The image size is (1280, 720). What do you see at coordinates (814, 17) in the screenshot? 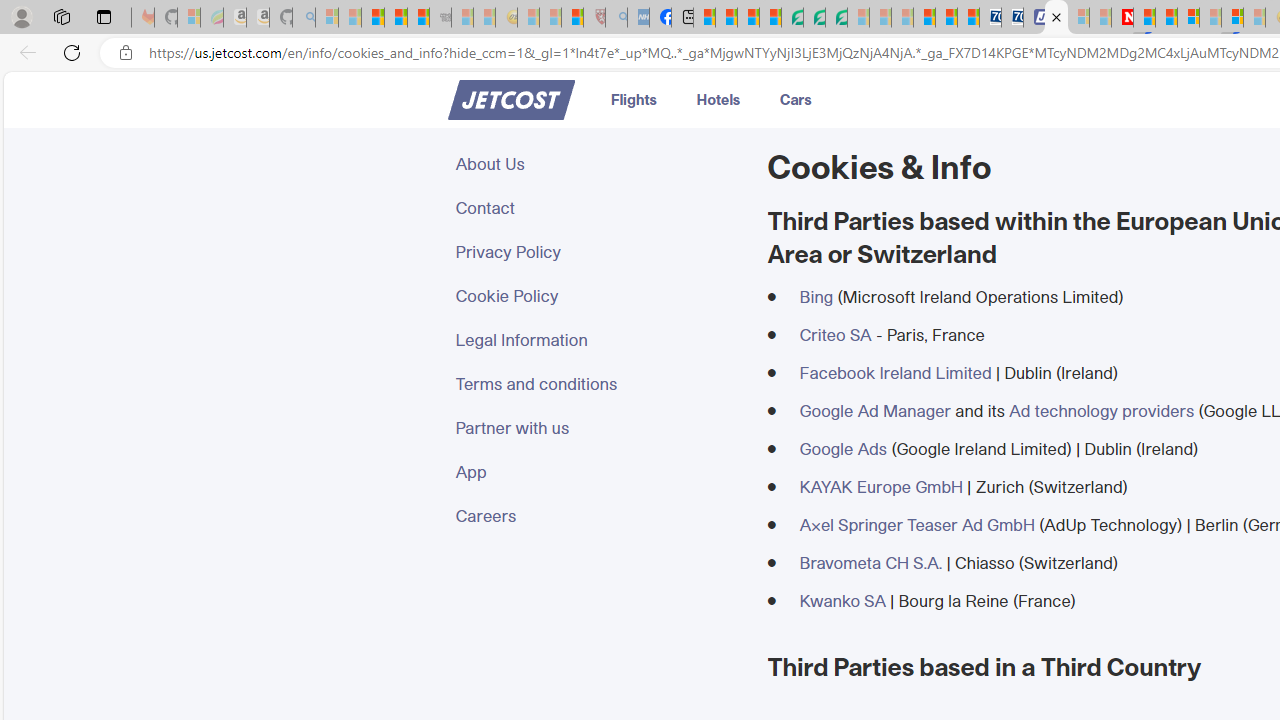
I see `'Terms of Use Agreement'` at bounding box center [814, 17].